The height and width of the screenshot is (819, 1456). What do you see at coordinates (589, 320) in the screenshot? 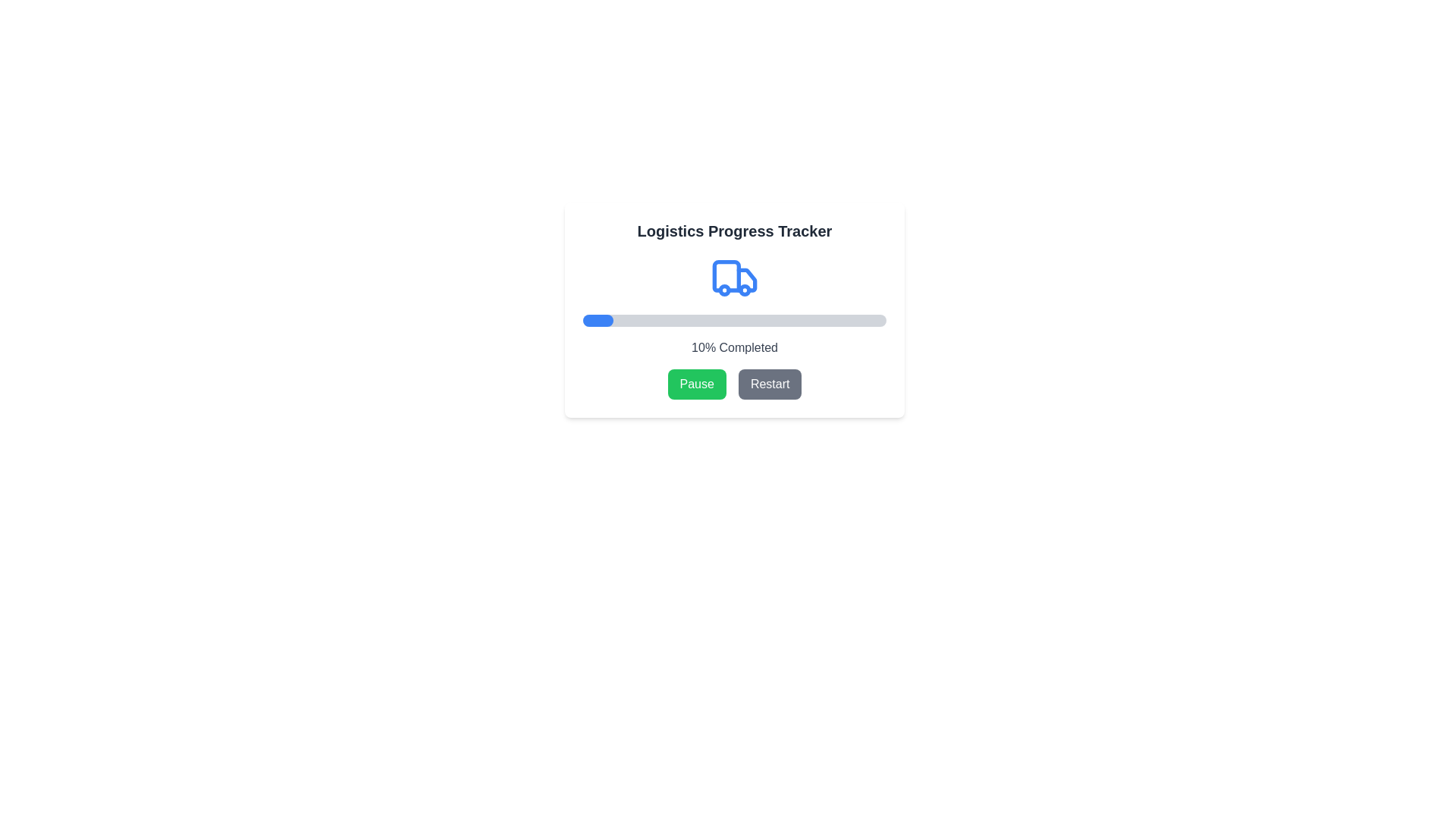
I see `the progress indicator segment located at the far left of the progress bar beneath the 'Logistics Progress Tracker' heading` at bounding box center [589, 320].